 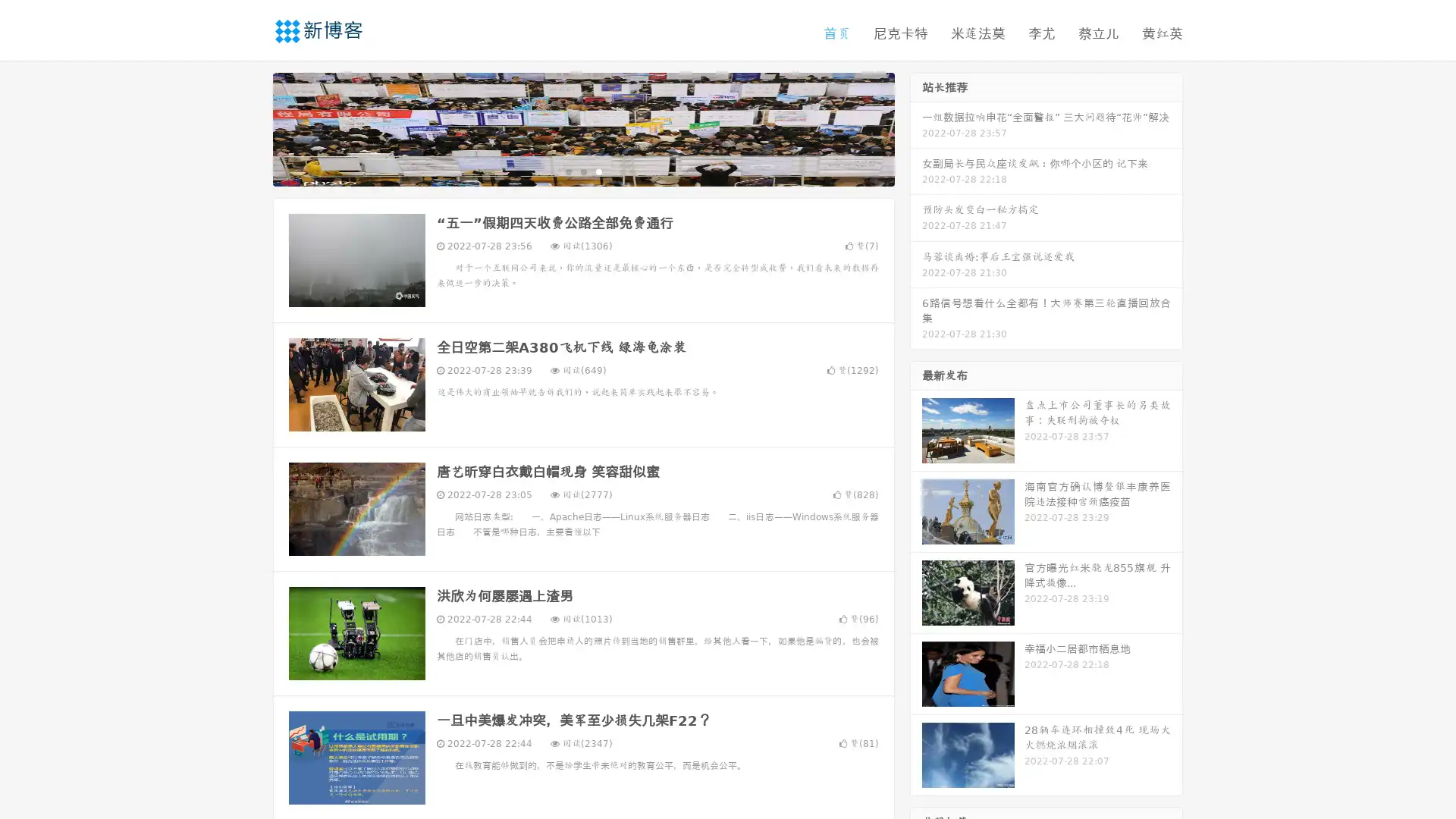 I want to click on Go to slide 3, so click(x=598, y=171).